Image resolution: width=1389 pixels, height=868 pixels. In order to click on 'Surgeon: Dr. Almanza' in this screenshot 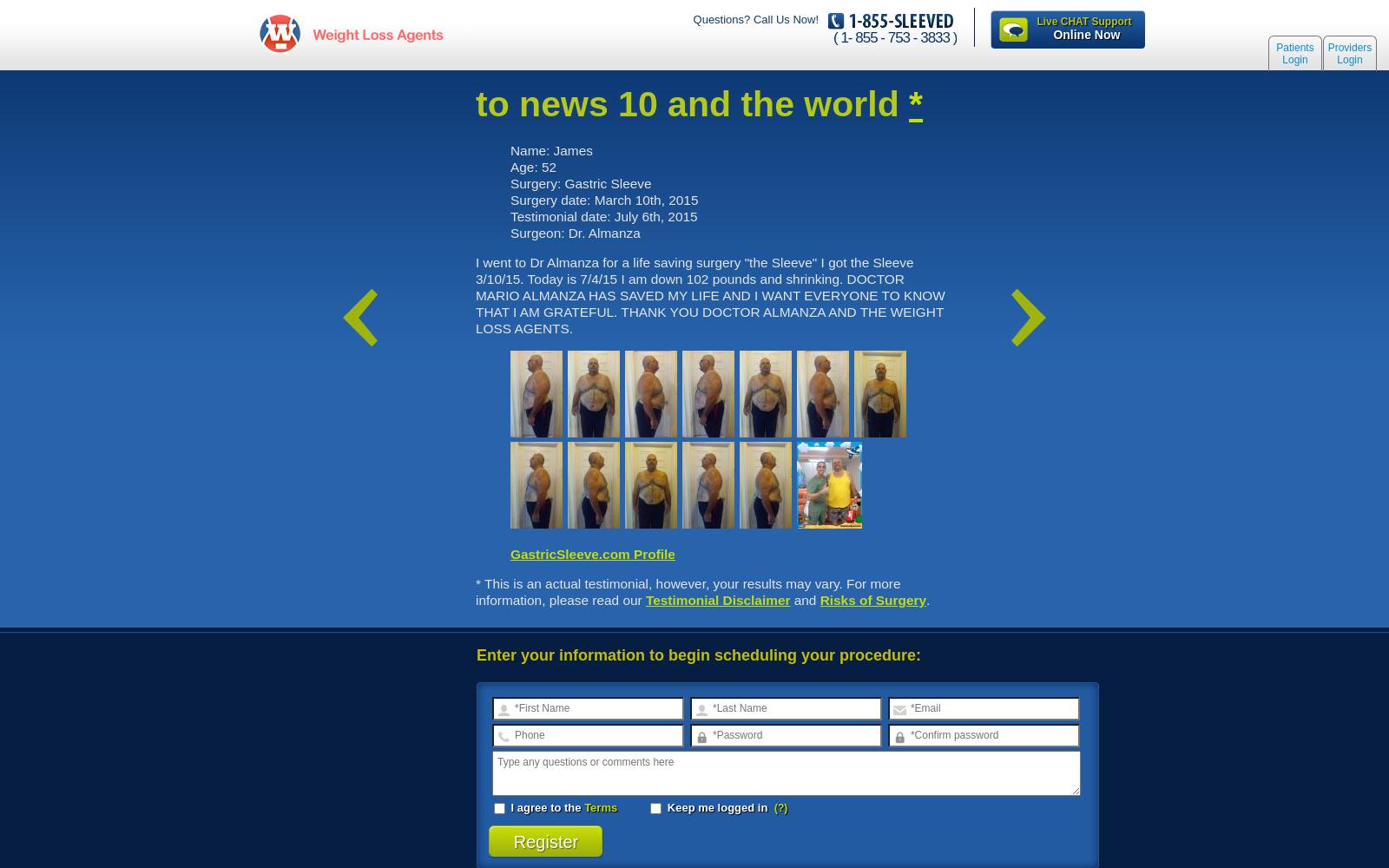, I will do `click(575, 232)`.